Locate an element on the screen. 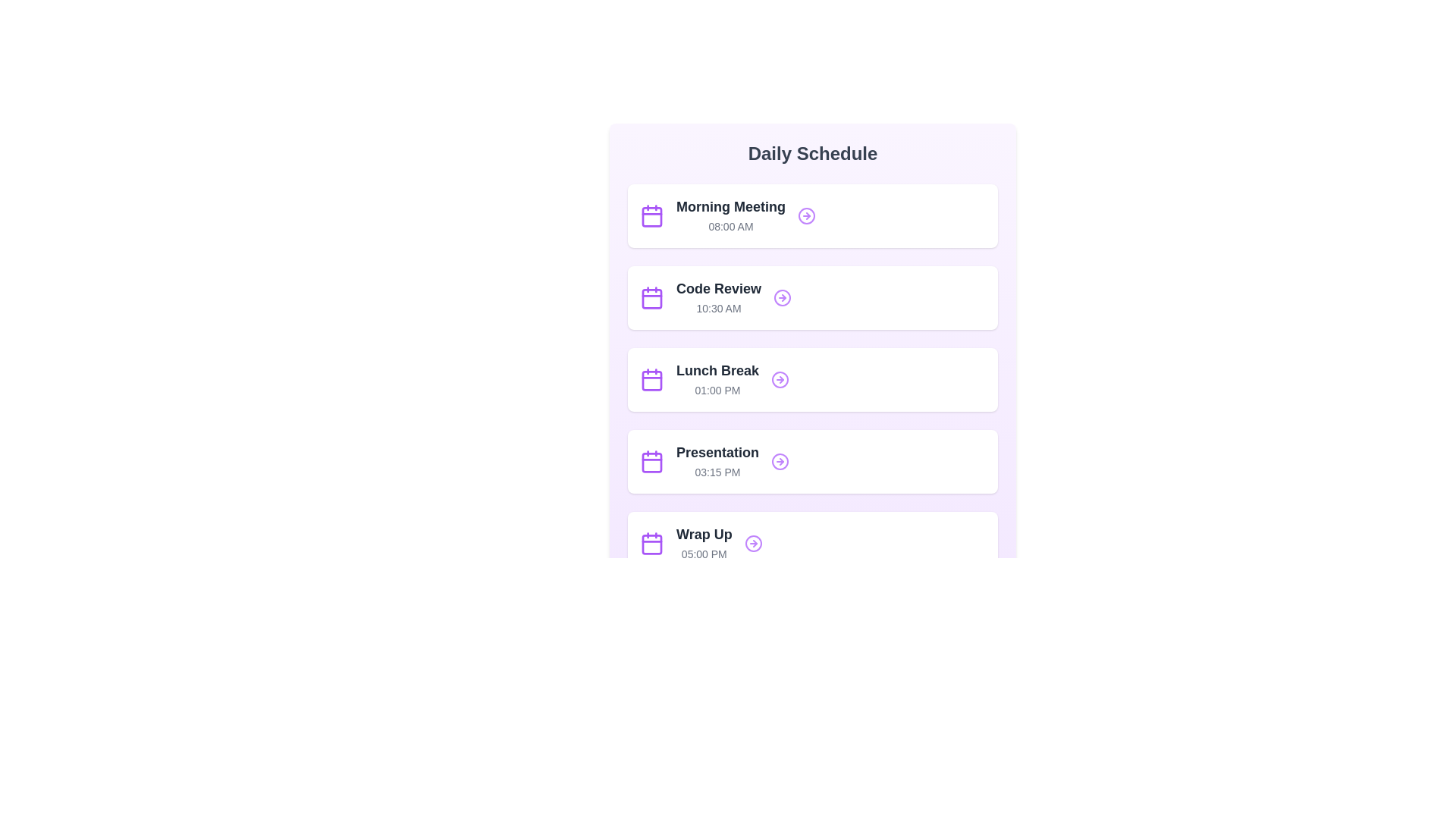 Image resolution: width=1456 pixels, height=819 pixels. the card element is located at coordinates (811, 298).